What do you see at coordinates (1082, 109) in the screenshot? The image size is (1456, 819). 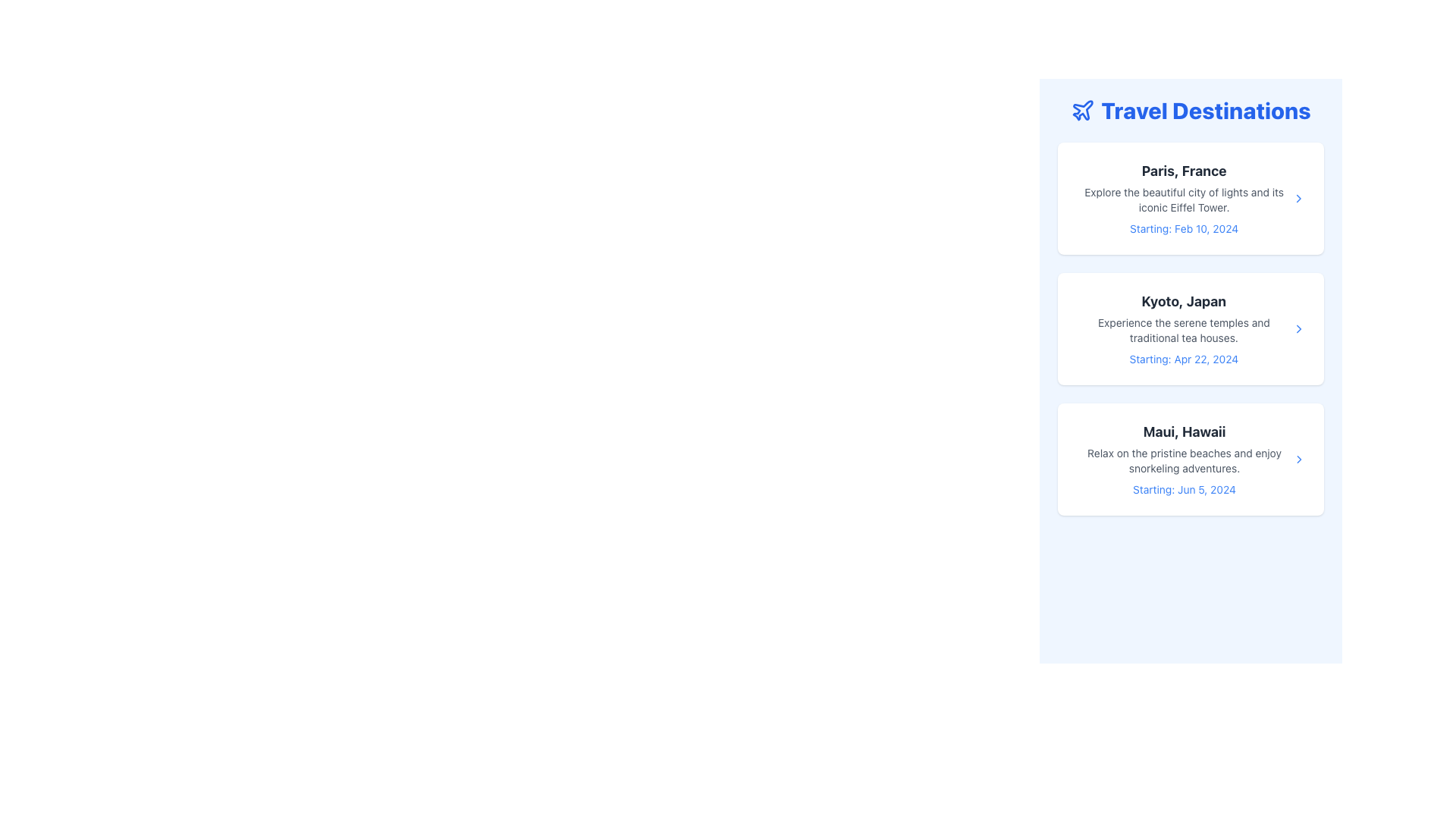 I see `the blue airplane icon located to the left of the 'Travel Destinations' header in the sidebar` at bounding box center [1082, 109].